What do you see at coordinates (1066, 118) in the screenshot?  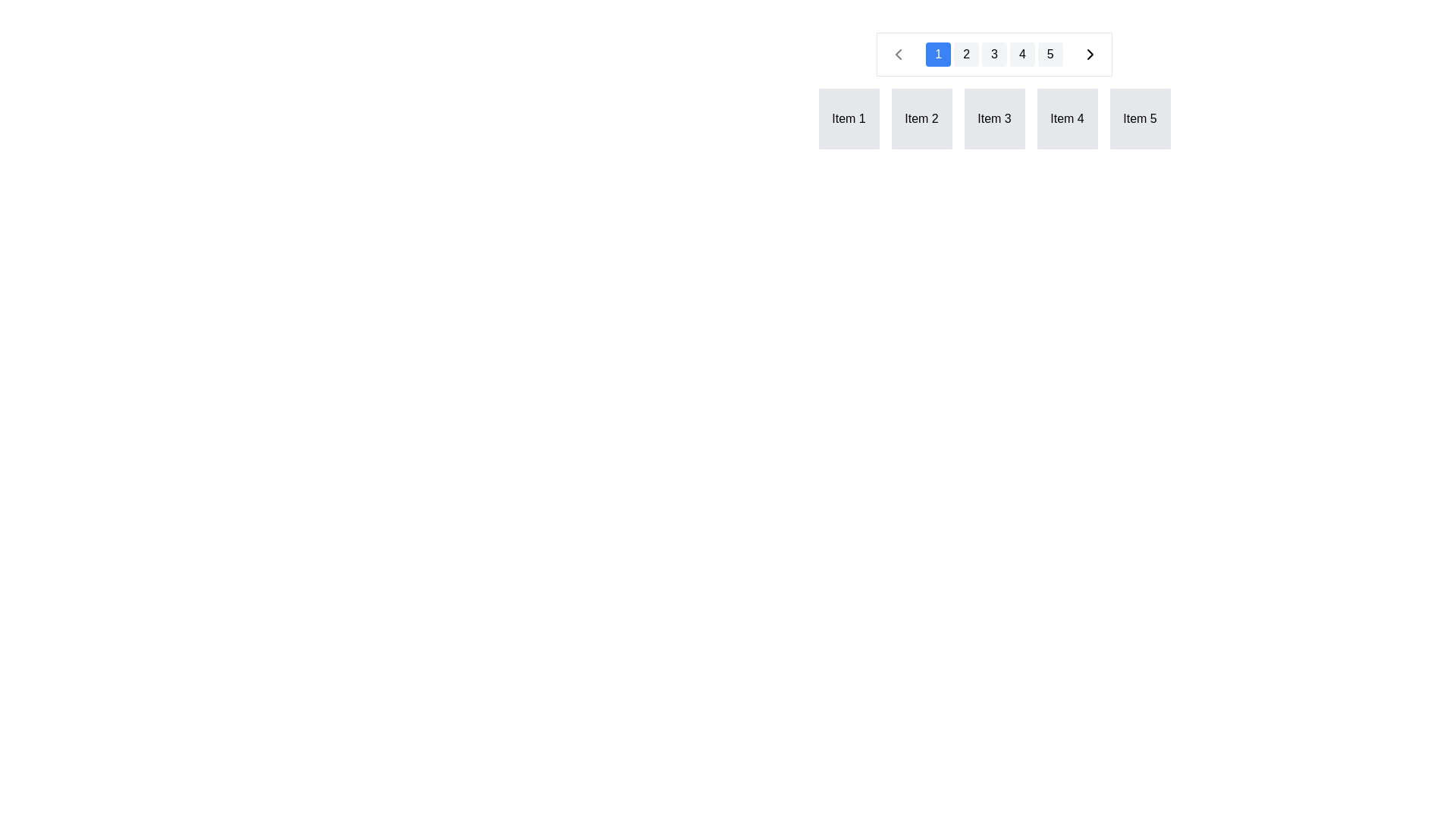 I see `the Text Display Box that has a light gray background and displays 'Item 4'` at bounding box center [1066, 118].